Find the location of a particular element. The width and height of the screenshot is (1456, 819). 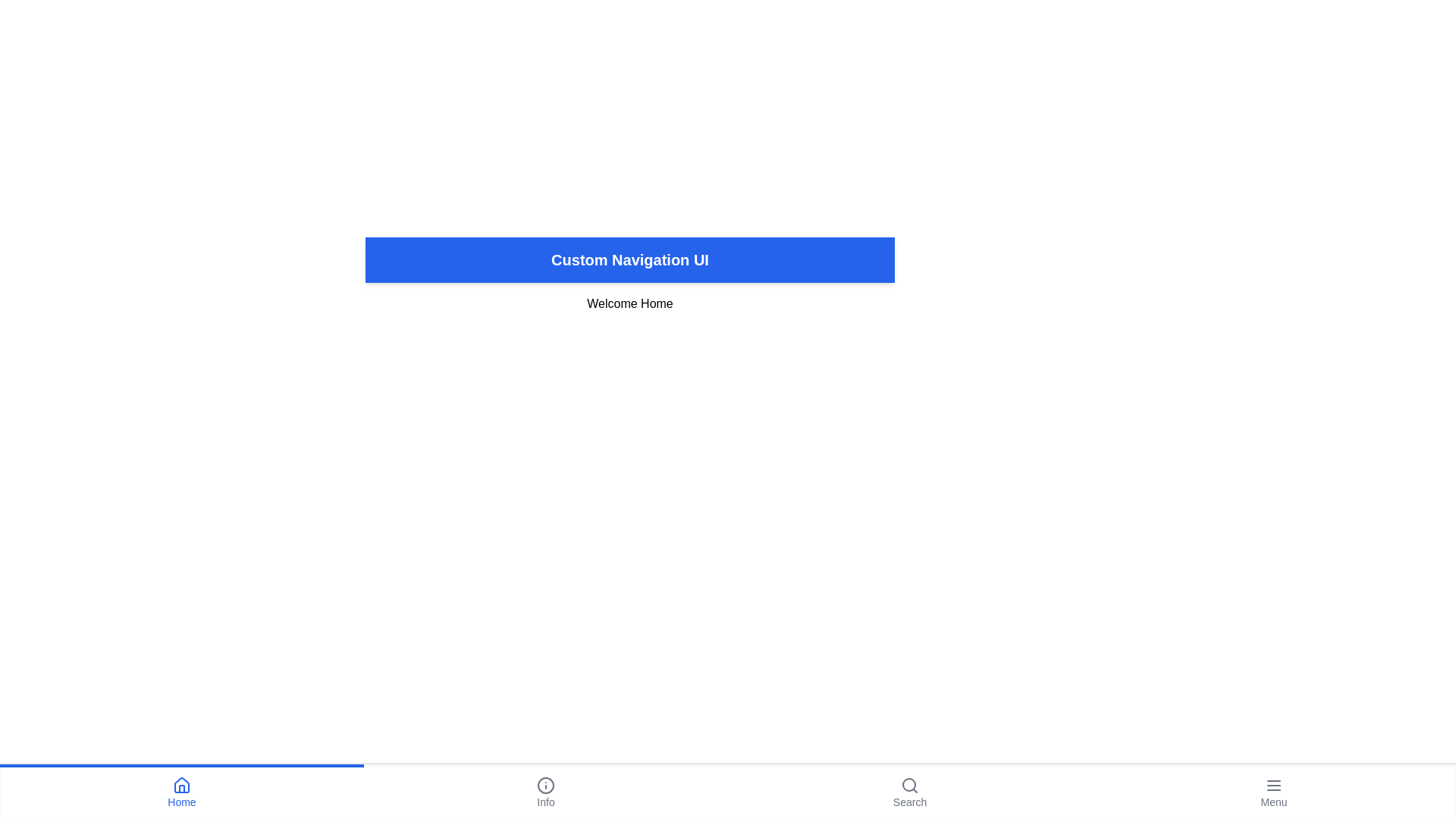

the first SVG Circle element in the bottom navigation bar associated with the 'Info' label is located at coordinates (546, 785).